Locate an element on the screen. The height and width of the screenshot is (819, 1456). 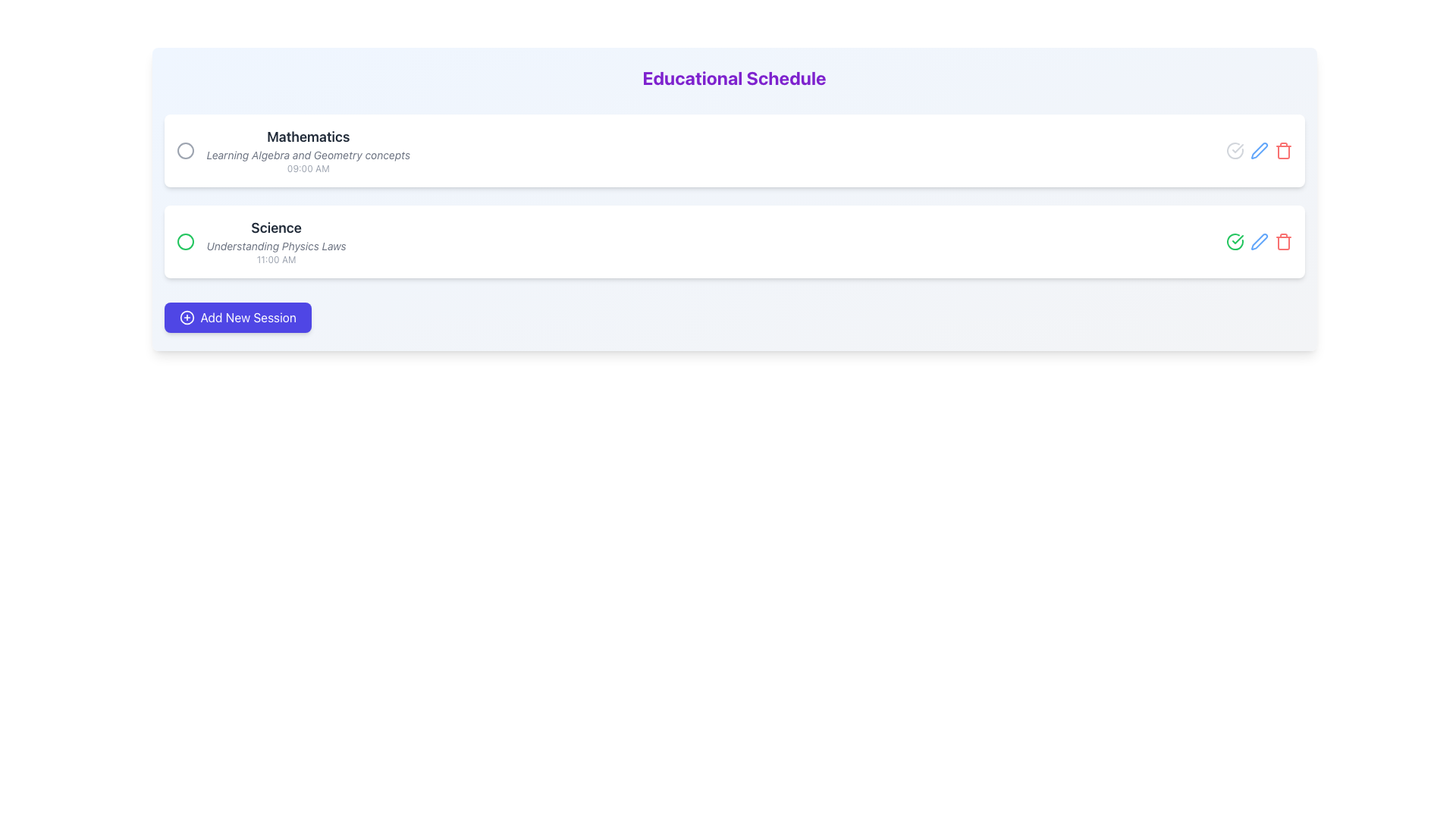
the 'Add New Session' button, which has a white plus icon on a vibrant indigo background, located centrally at the bottom of the layout is located at coordinates (237, 317).